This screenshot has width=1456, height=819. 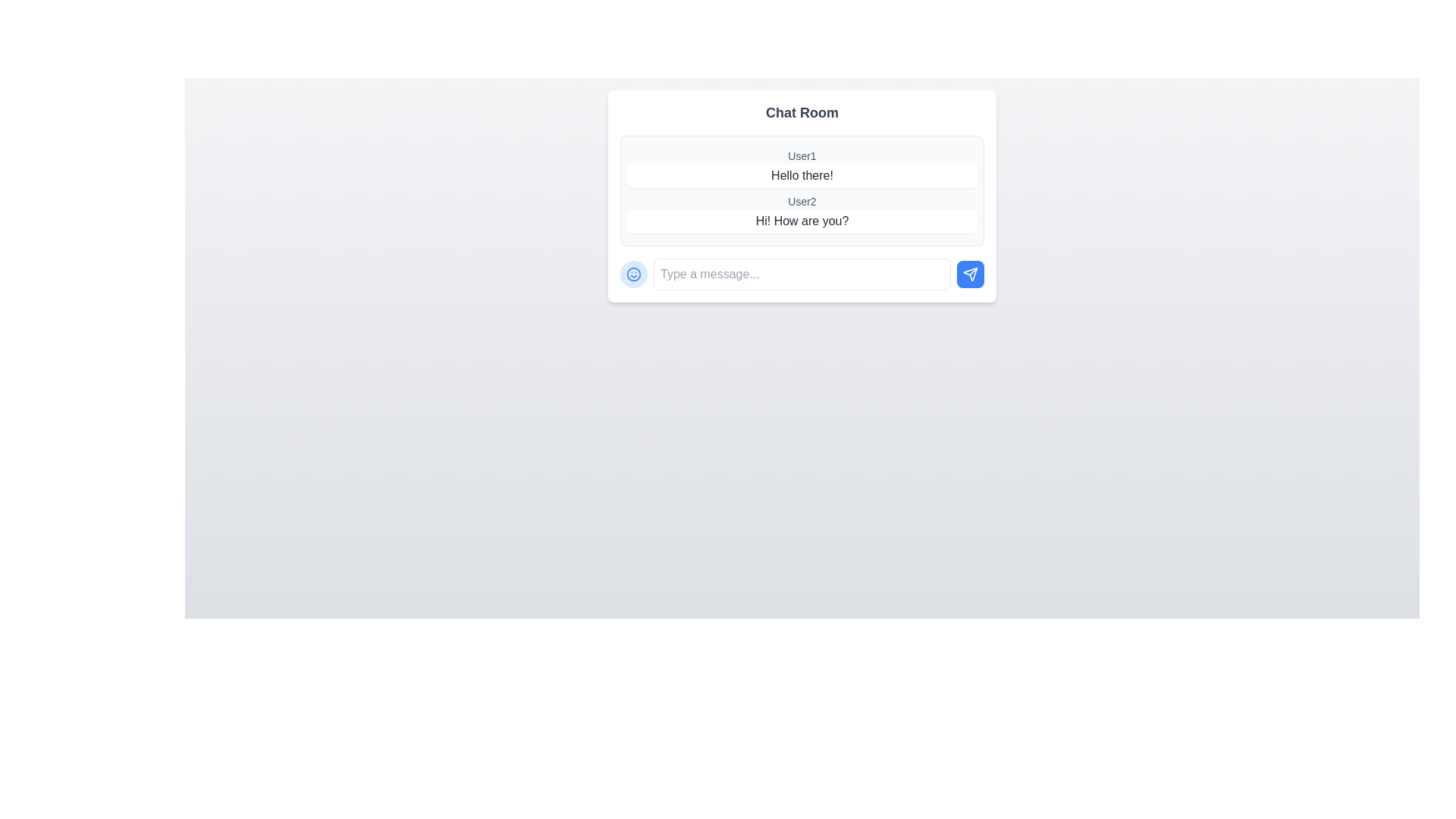 What do you see at coordinates (633, 275) in the screenshot?
I see `the emoji insertion button located to the left of the text input field` at bounding box center [633, 275].